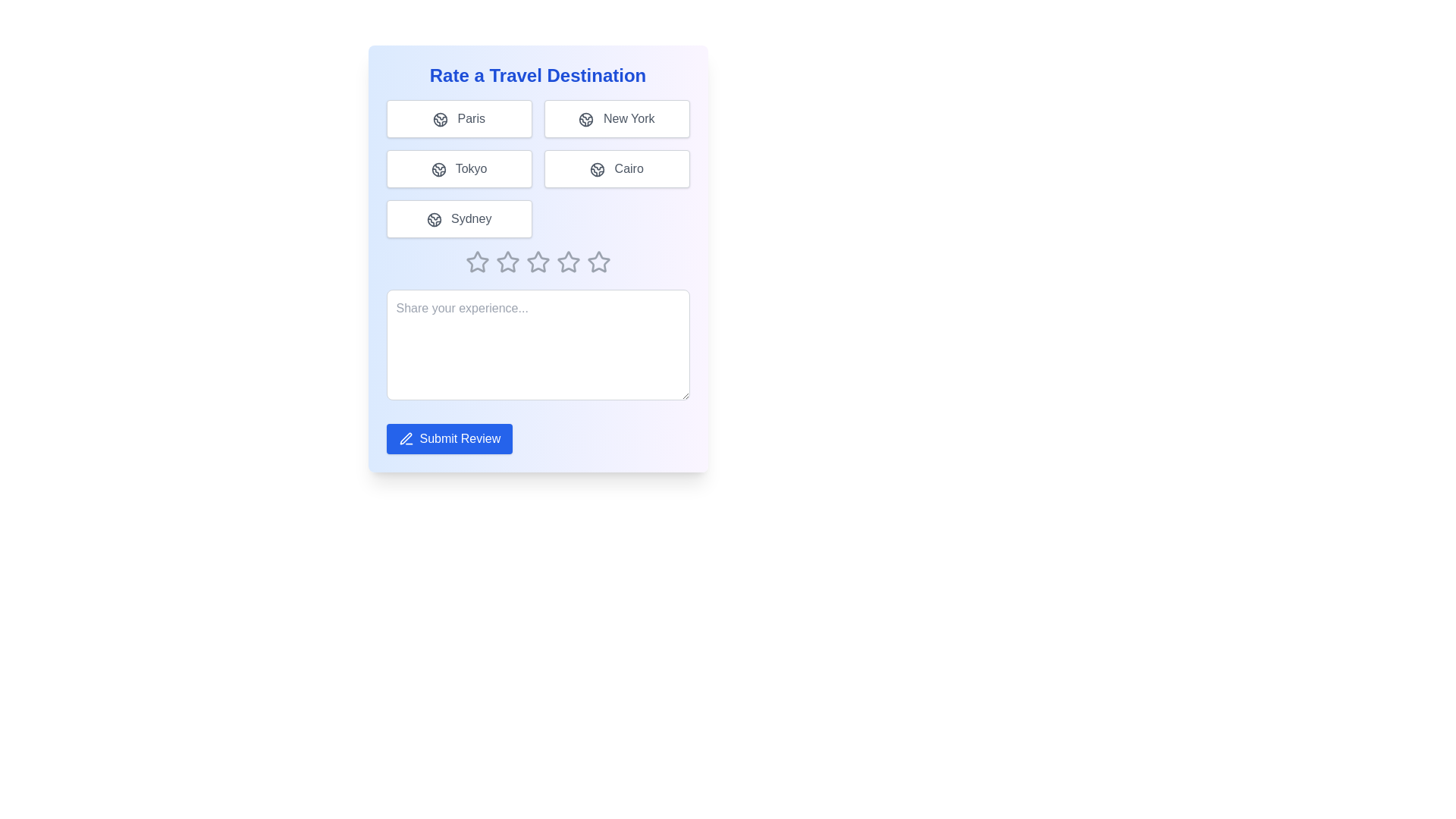  What do you see at coordinates (458, 118) in the screenshot?
I see `the selectable button indicating the city 'Paris'` at bounding box center [458, 118].